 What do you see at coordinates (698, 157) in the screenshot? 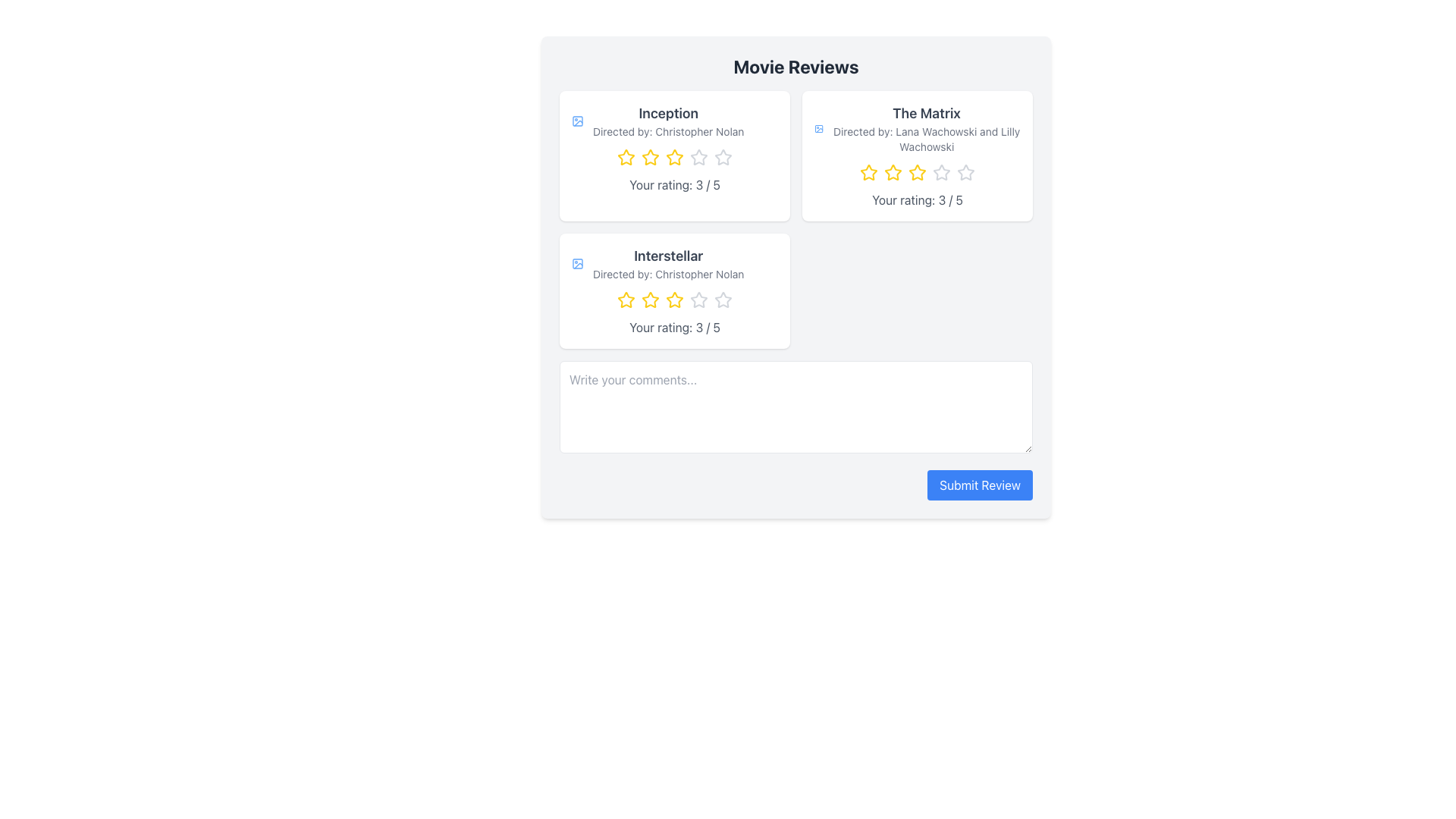
I see `the third star icon in the star rating system under the 'Inception' review card to rate it` at bounding box center [698, 157].